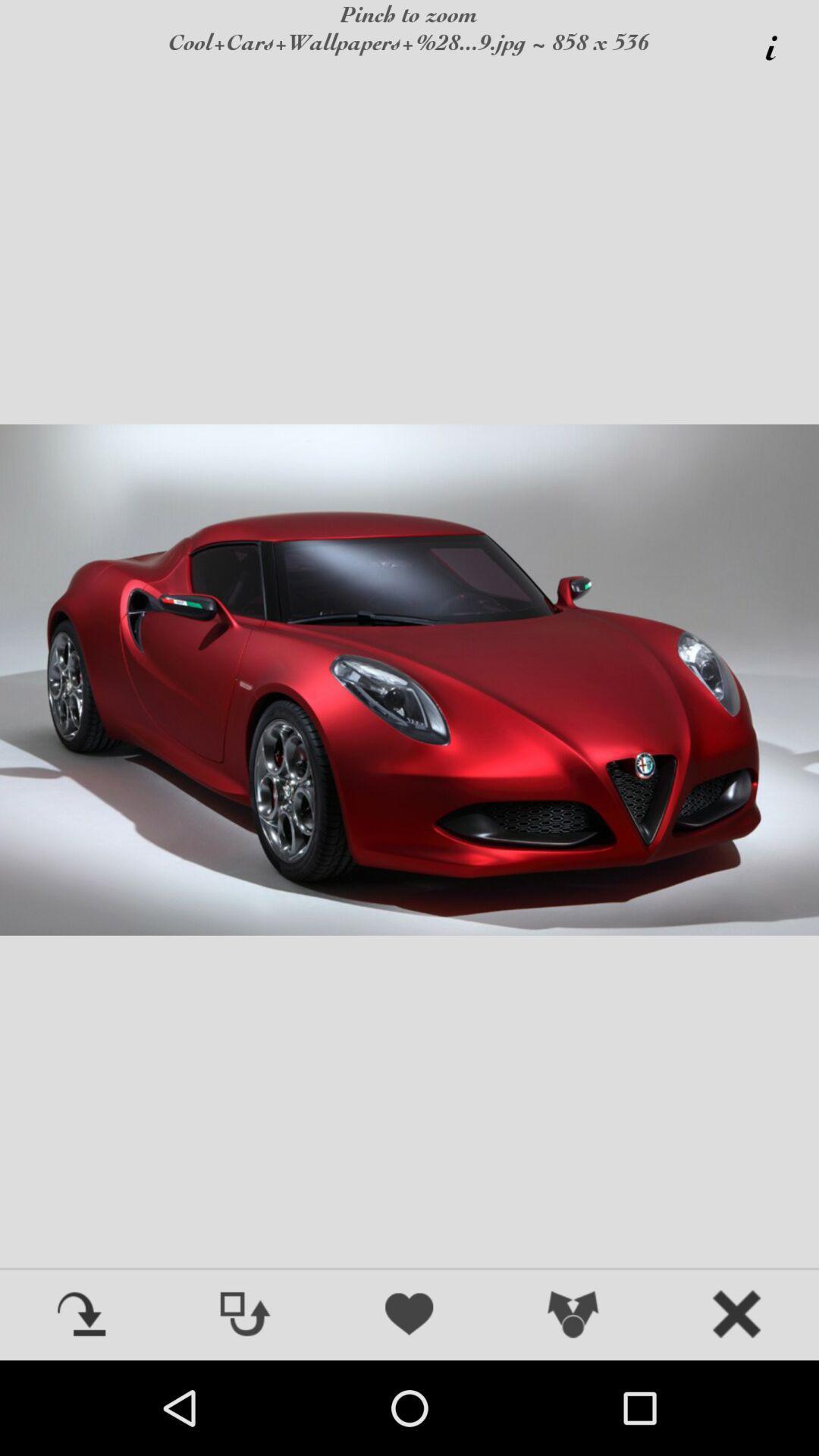 This screenshot has height=1456, width=819. What do you see at coordinates (736, 1315) in the screenshot?
I see `leave page` at bounding box center [736, 1315].